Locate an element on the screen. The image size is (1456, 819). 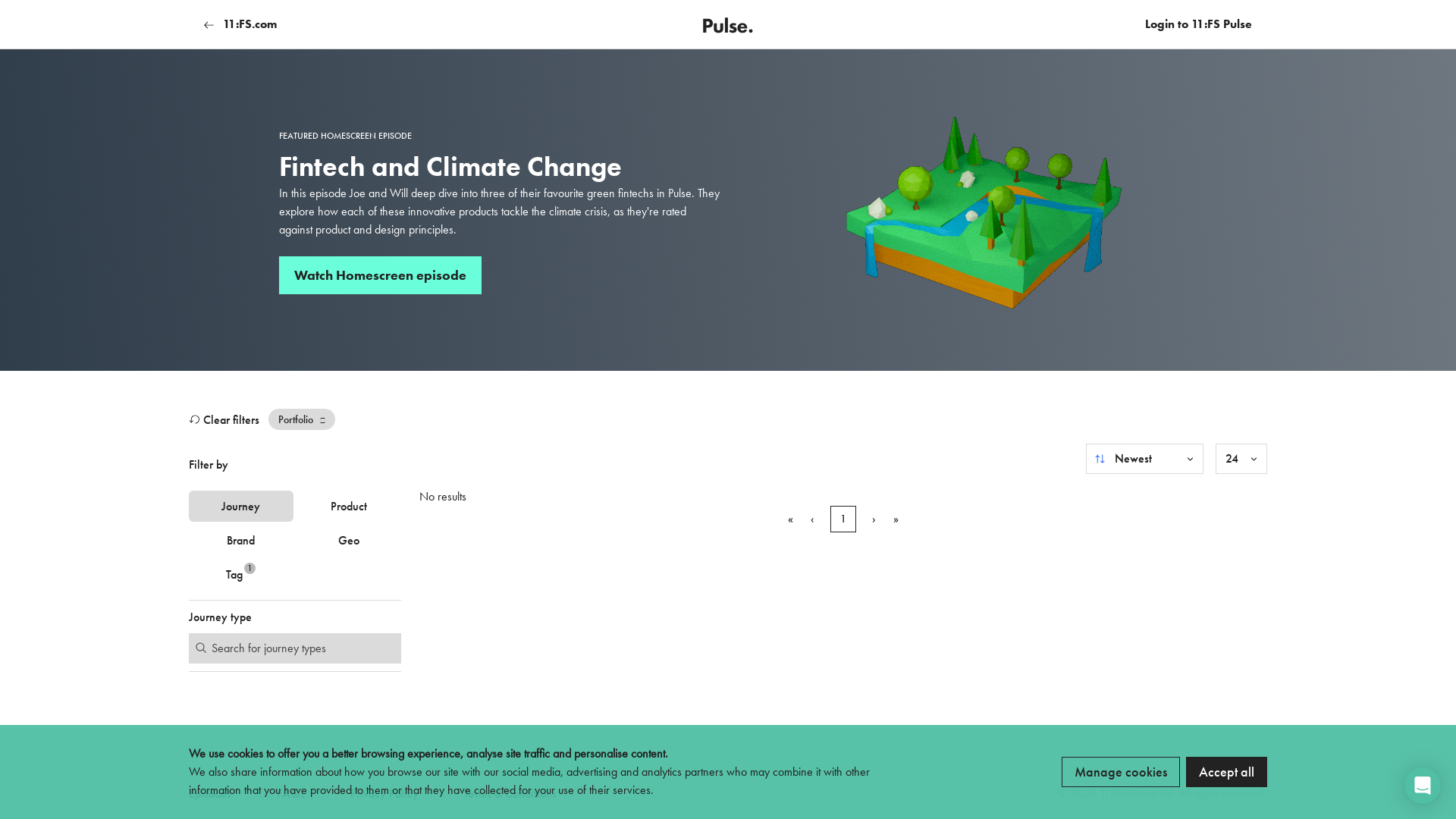
'Geo' is located at coordinates (348, 539).